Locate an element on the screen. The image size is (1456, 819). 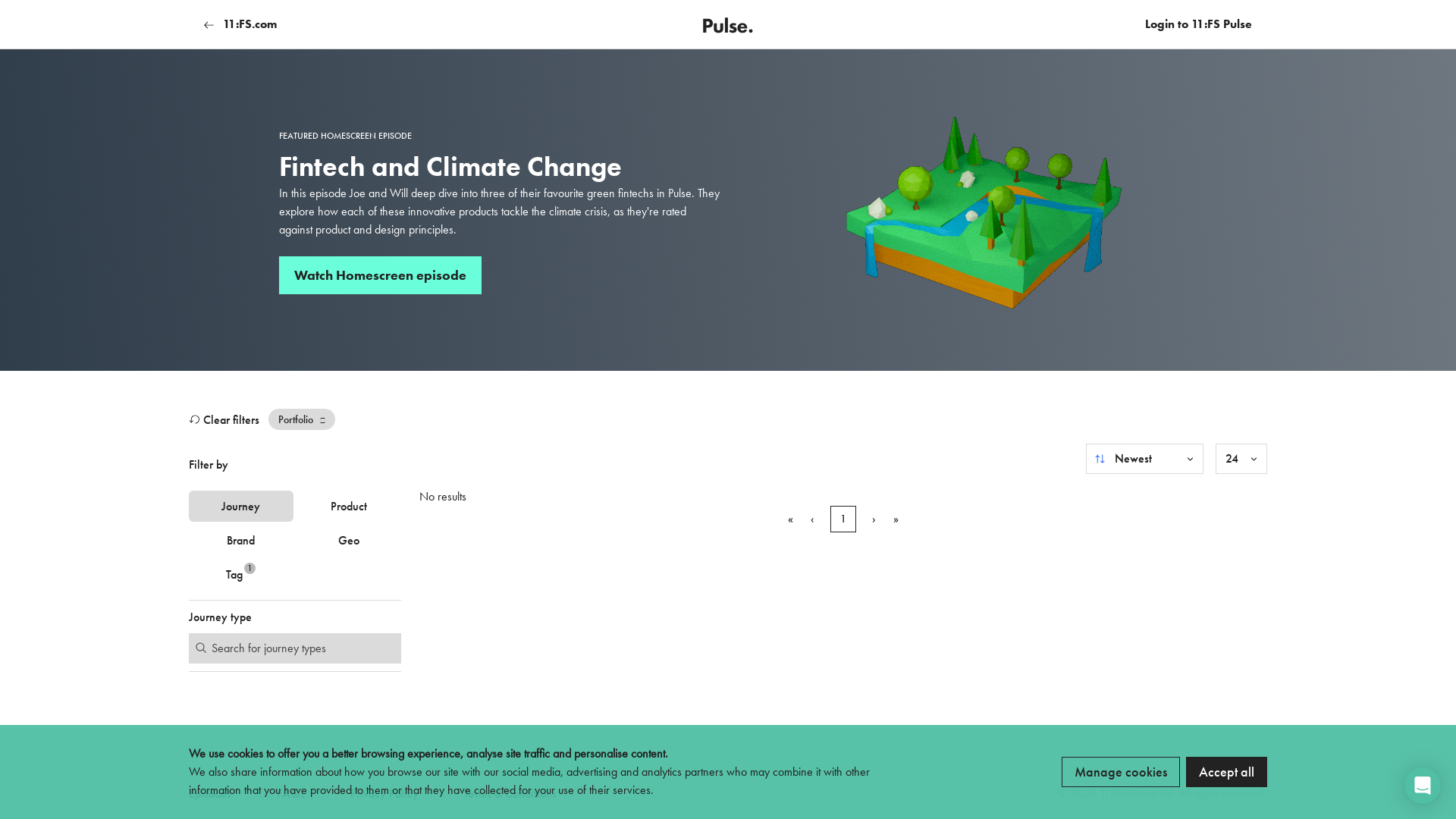
'Geo' is located at coordinates (348, 539).